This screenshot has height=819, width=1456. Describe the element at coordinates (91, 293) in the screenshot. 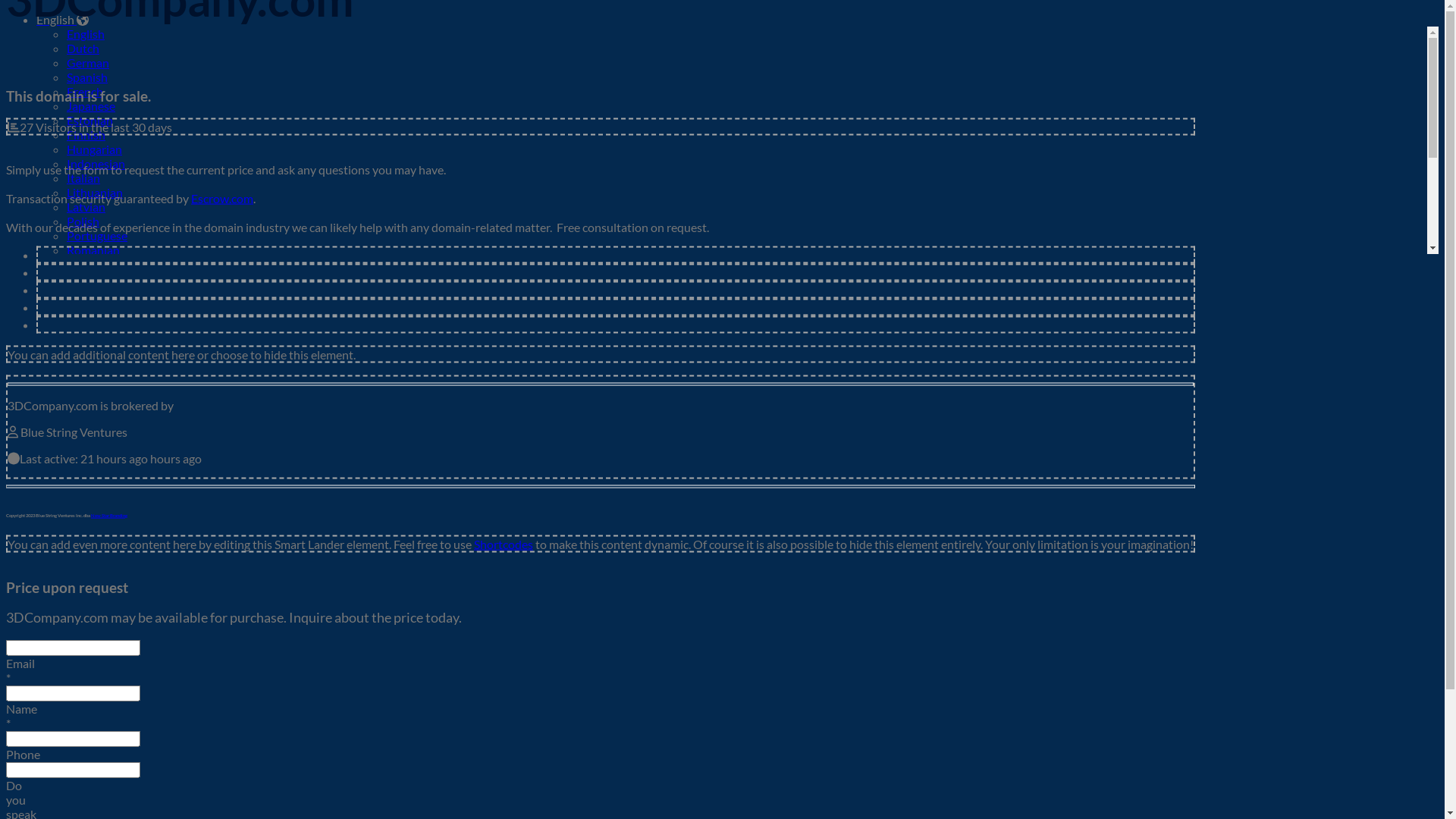

I see `'Slovenian'` at that location.